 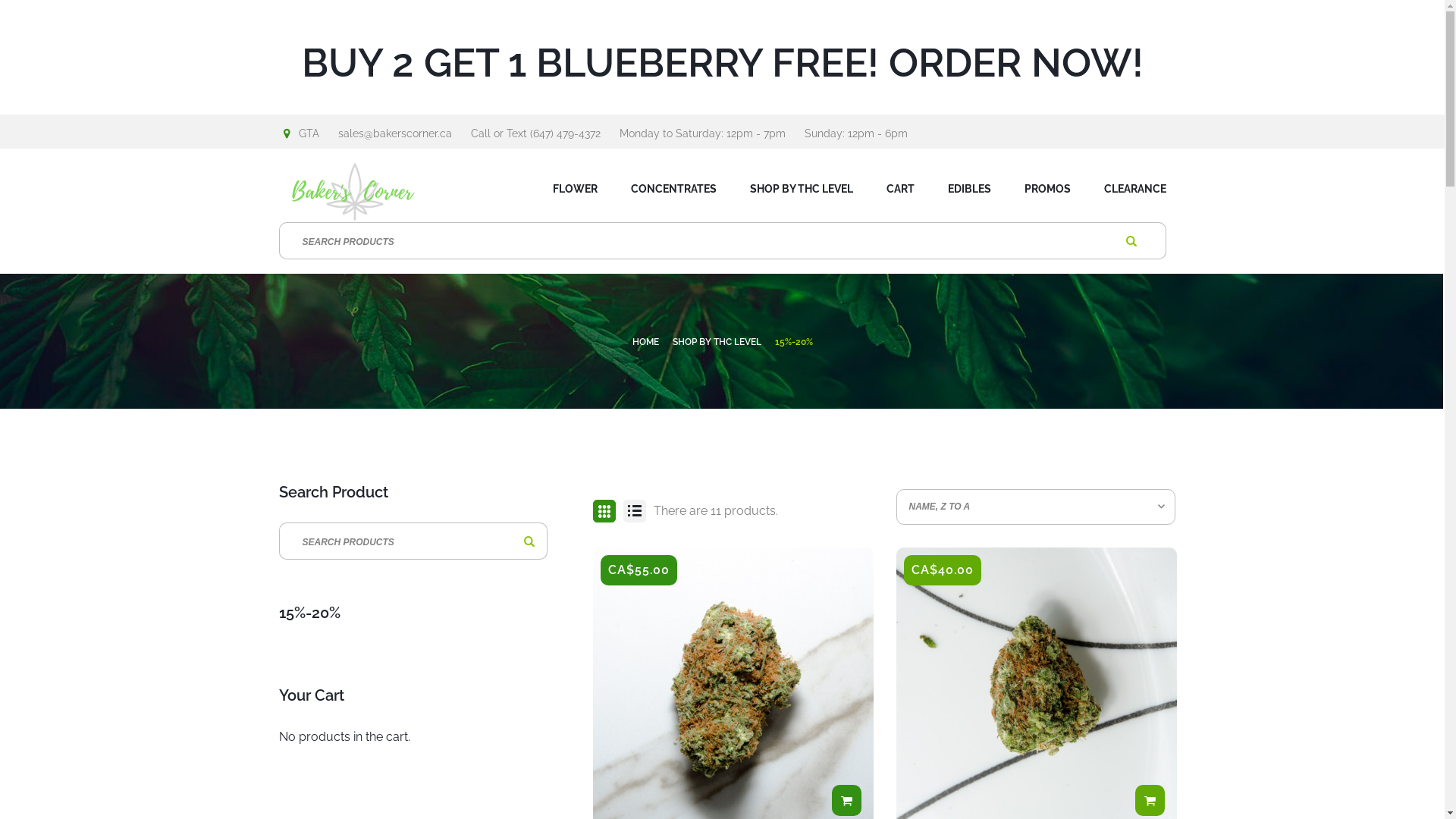 I want to click on 'Baker's Corner', so click(x=381, y=191).